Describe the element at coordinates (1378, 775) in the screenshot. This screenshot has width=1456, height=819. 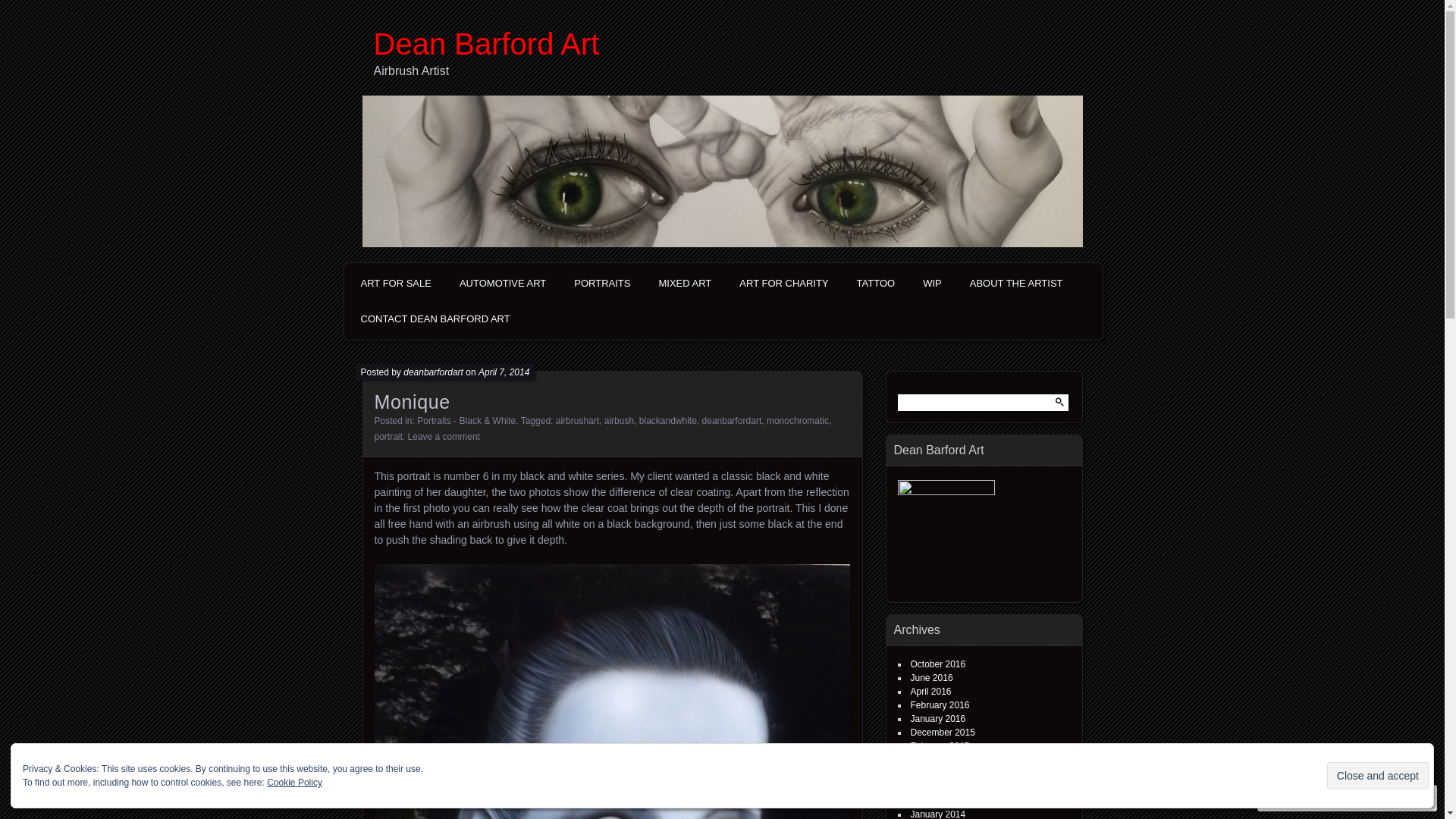
I see `'Close and accept'` at that location.